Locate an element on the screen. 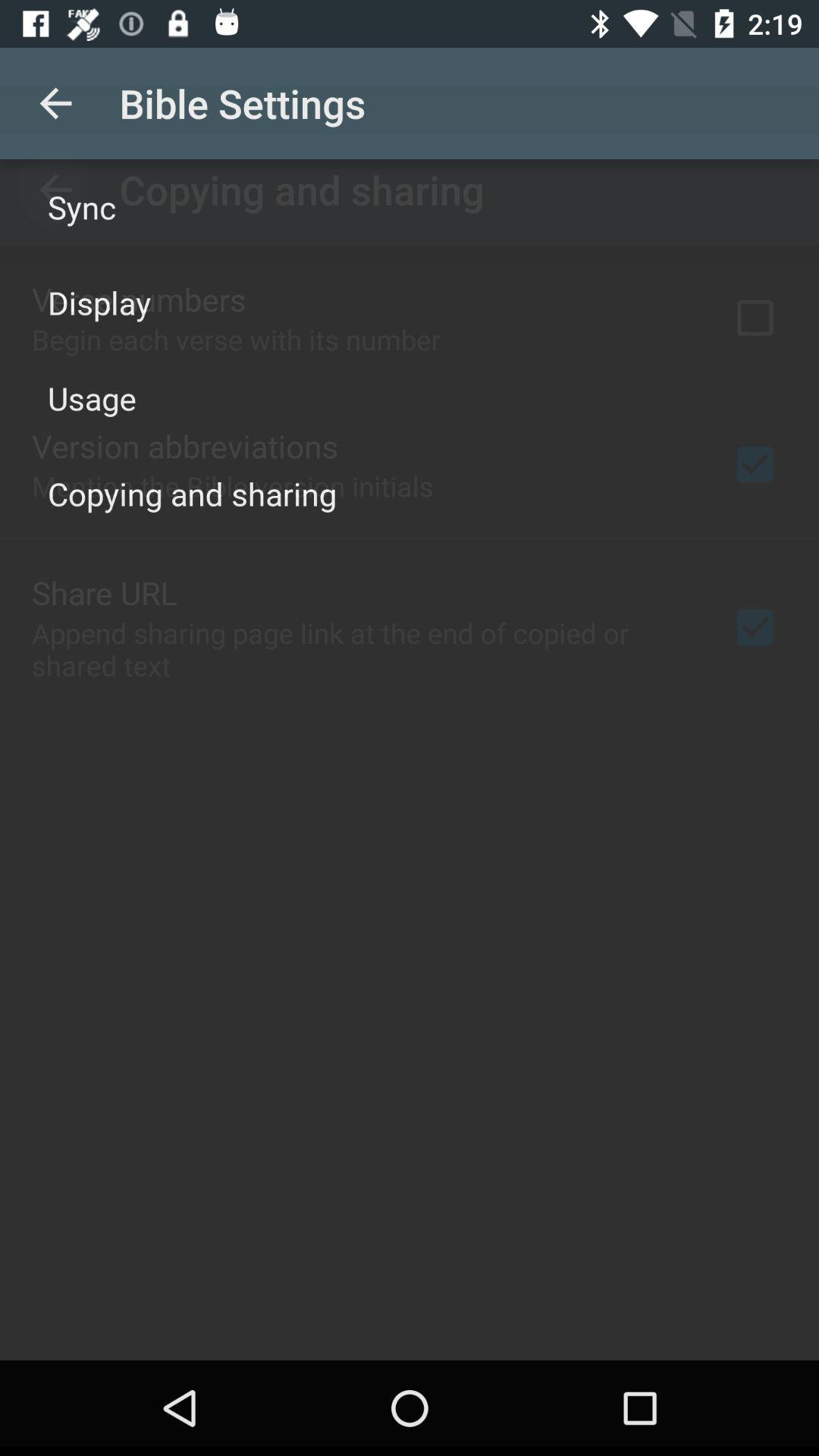 This screenshot has height=1456, width=819. the icon below display is located at coordinates (92, 397).